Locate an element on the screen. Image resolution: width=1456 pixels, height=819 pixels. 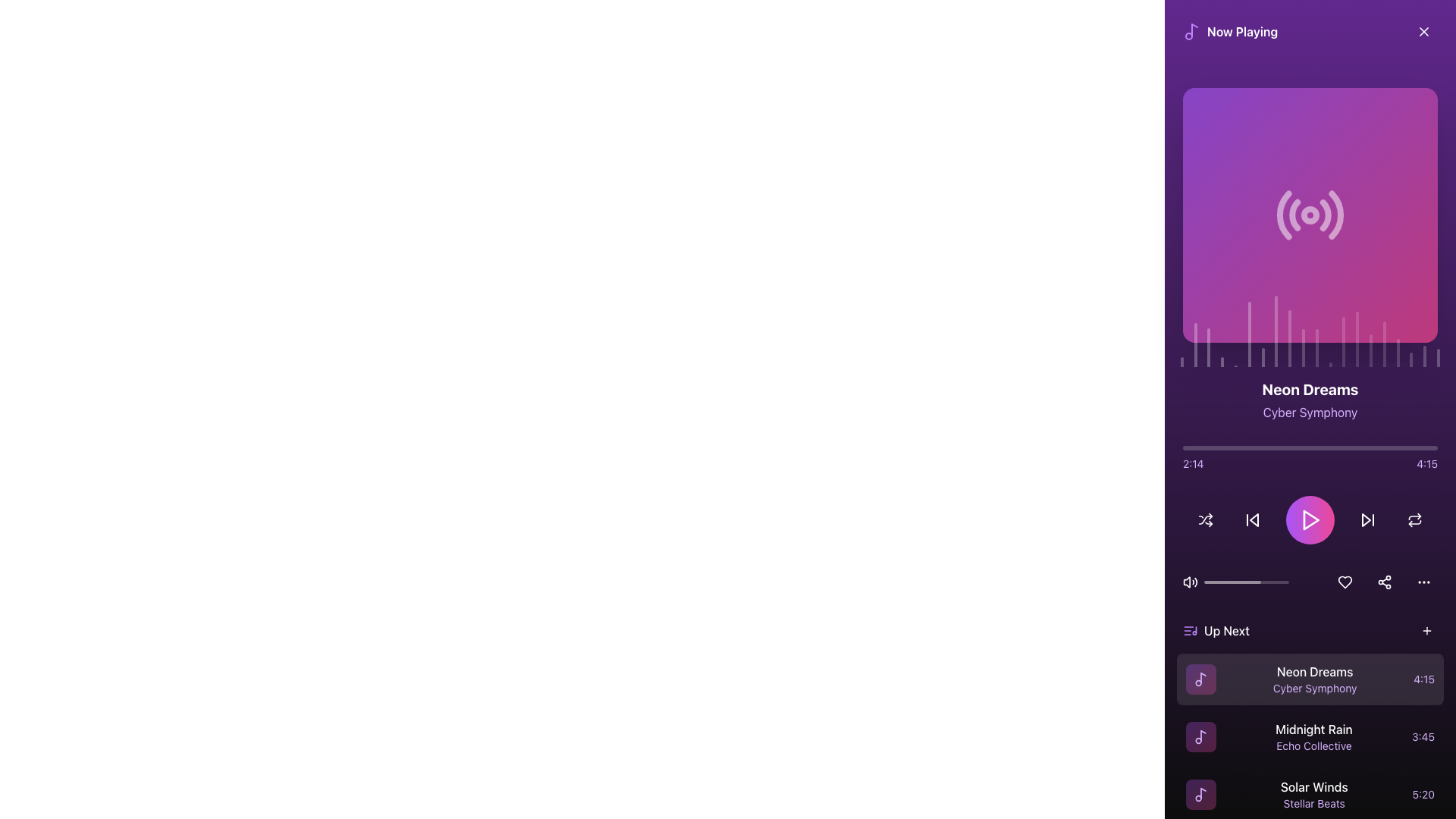
progress is located at coordinates (1192, 447).